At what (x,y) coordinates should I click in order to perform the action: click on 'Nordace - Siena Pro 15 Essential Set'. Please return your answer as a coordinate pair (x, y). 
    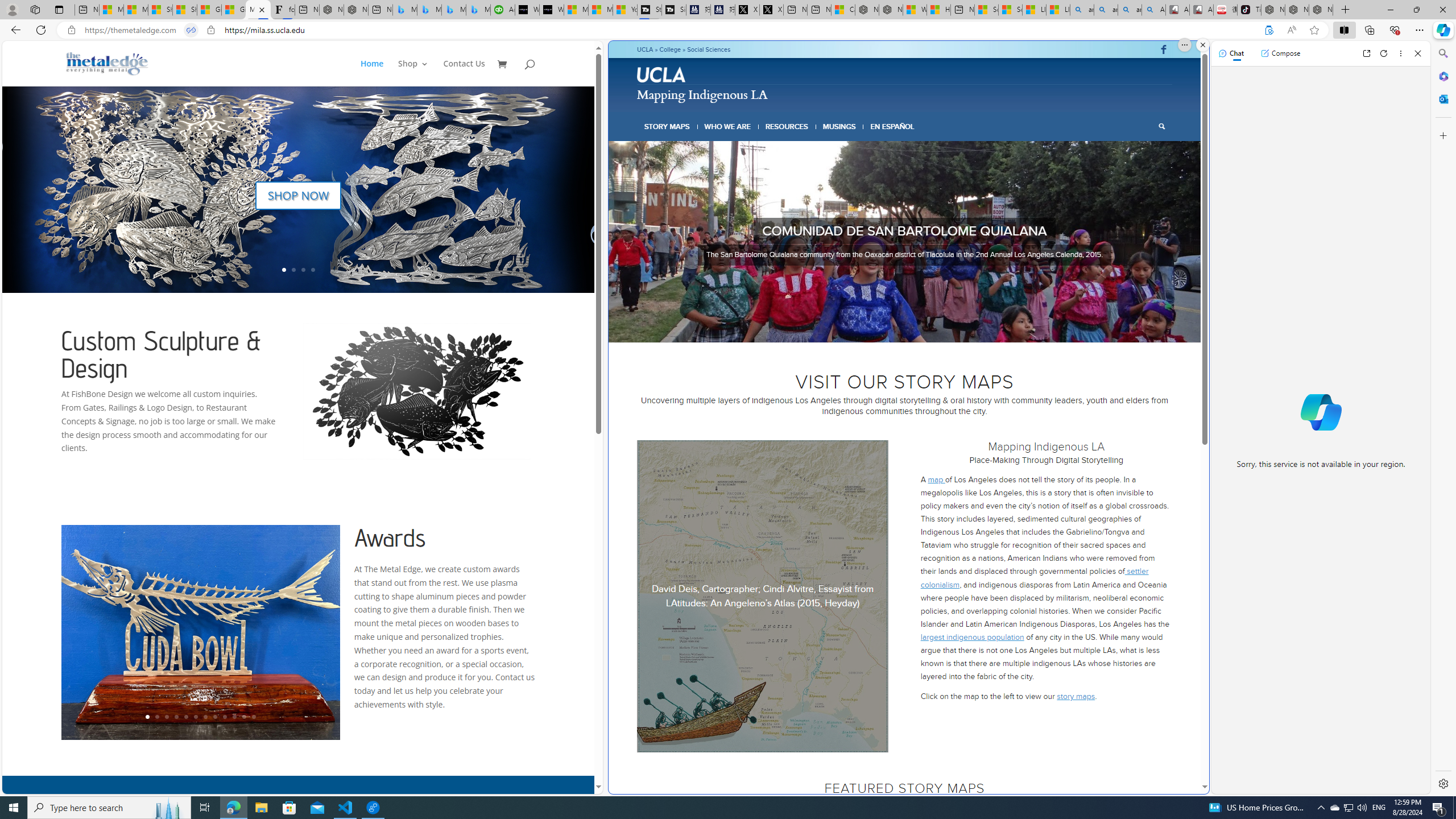
    Looking at the image, I should click on (1321, 9).